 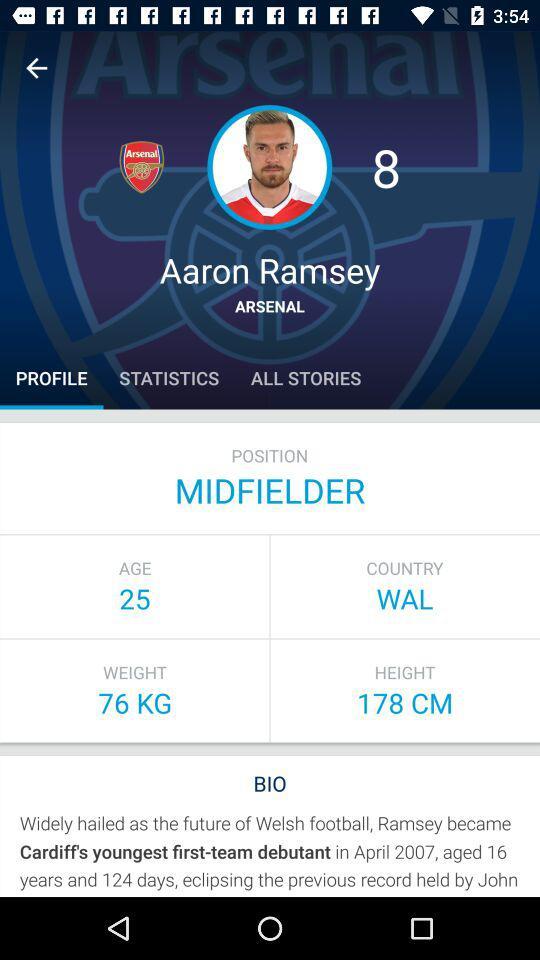 What do you see at coordinates (36, 68) in the screenshot?
I see `back one` at bounding box center [36, 68].